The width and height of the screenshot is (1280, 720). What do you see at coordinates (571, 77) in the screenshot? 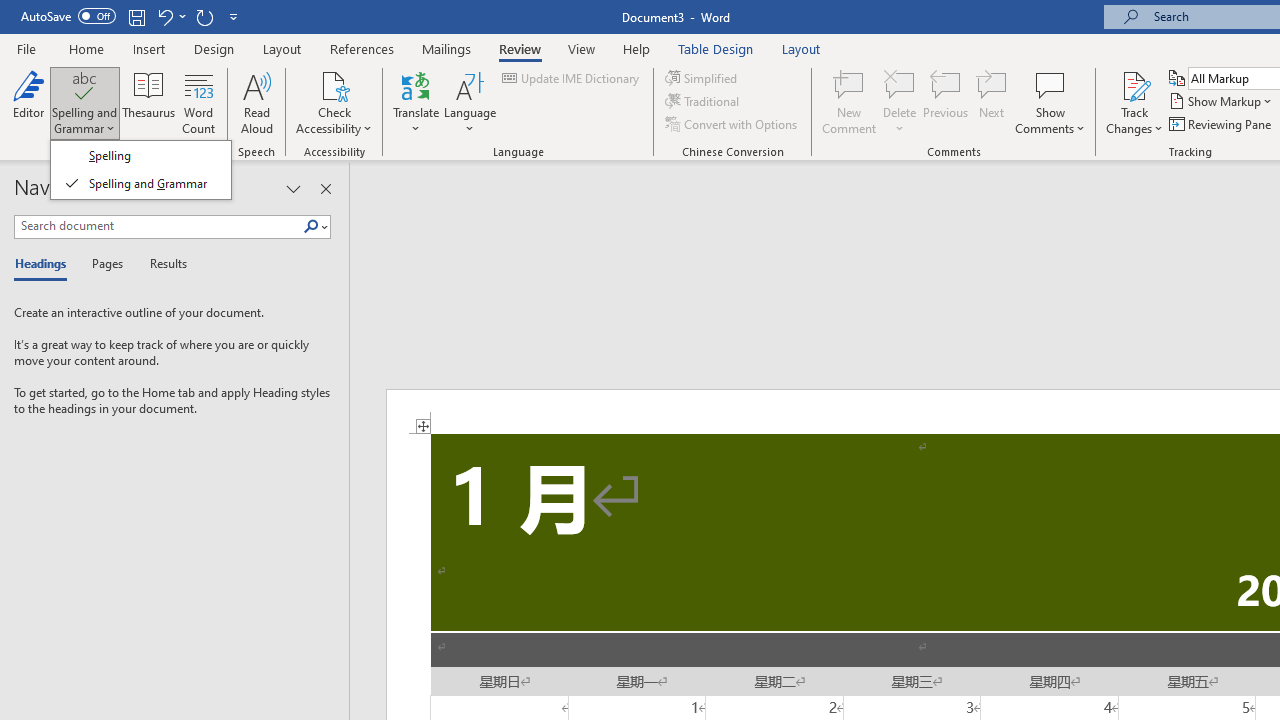
I see `'Update IME Dictionary...'` at bounding box center [571, 77].